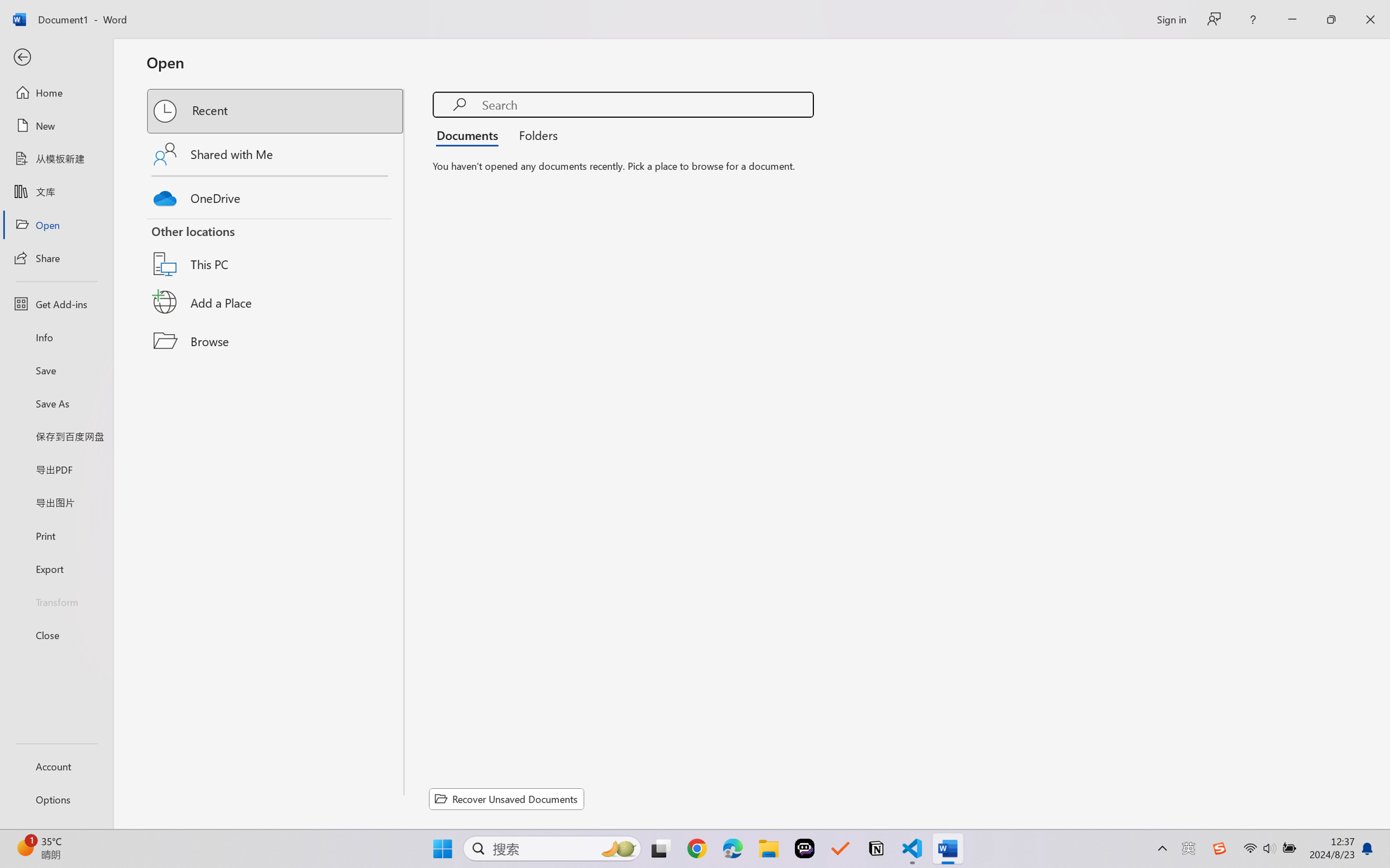  Describe the element at coordinates (507, 799) in the screenshot. I see `'Recover Unsaved Documents'` at that location.